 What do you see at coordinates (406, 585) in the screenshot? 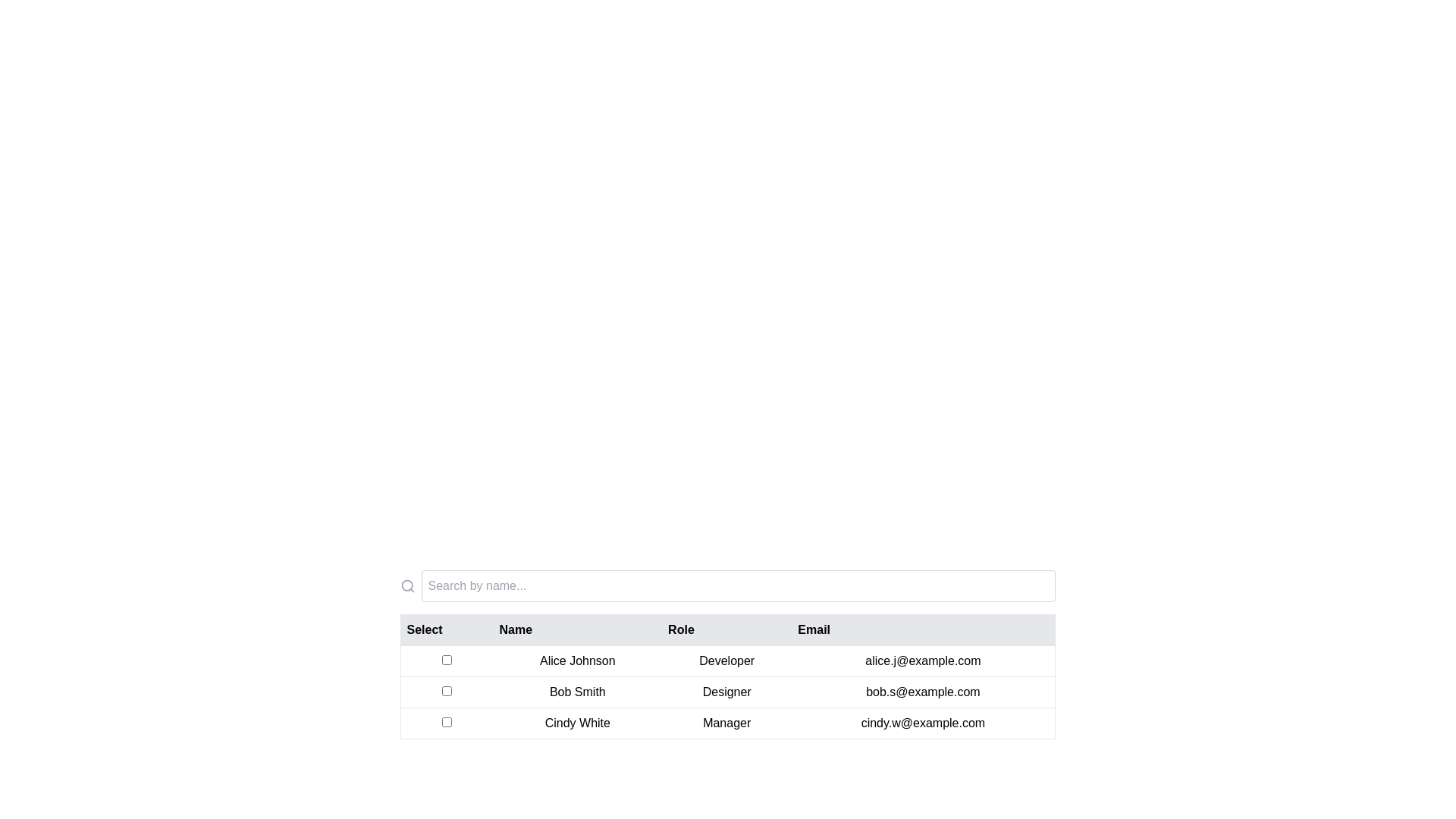
I see `the SVG circle that represents the glass lens part of the search icon, located to the left of the search bar at the top of the table interface` at bounding box center [406, 585].